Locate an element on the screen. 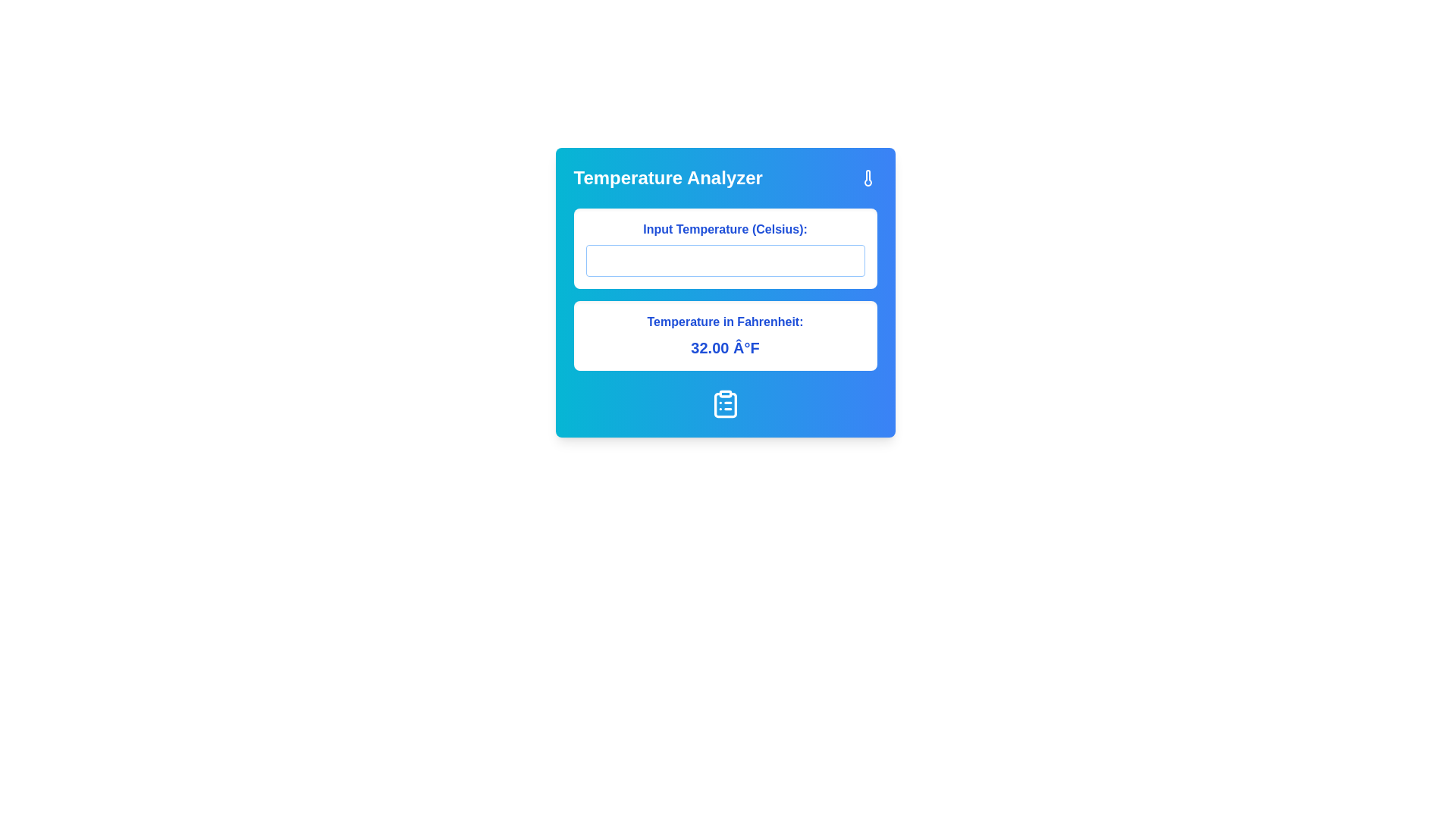 The height and width of the screenshot is (819, 1456). the unique thermometer icon located in the top-right corner of the 'Temperature Analyzer' section to visually gain context about temperature measurement is located at coordinates (868, 177).